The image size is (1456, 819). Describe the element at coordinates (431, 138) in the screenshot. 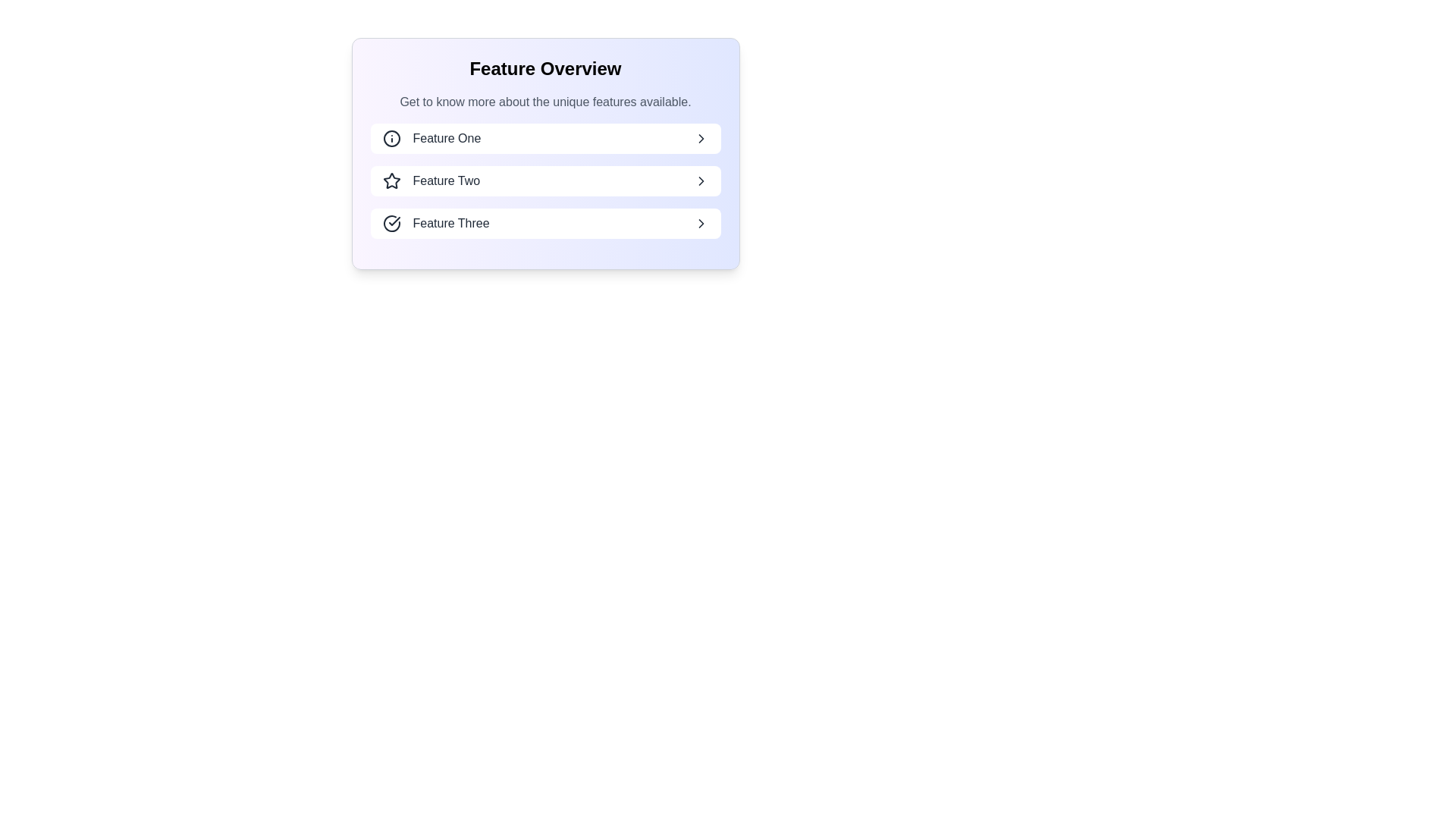

I see `the text label 'Feature One' in the navigation option list item, which includes an icon with an 'i' symbol to its left` at that location.